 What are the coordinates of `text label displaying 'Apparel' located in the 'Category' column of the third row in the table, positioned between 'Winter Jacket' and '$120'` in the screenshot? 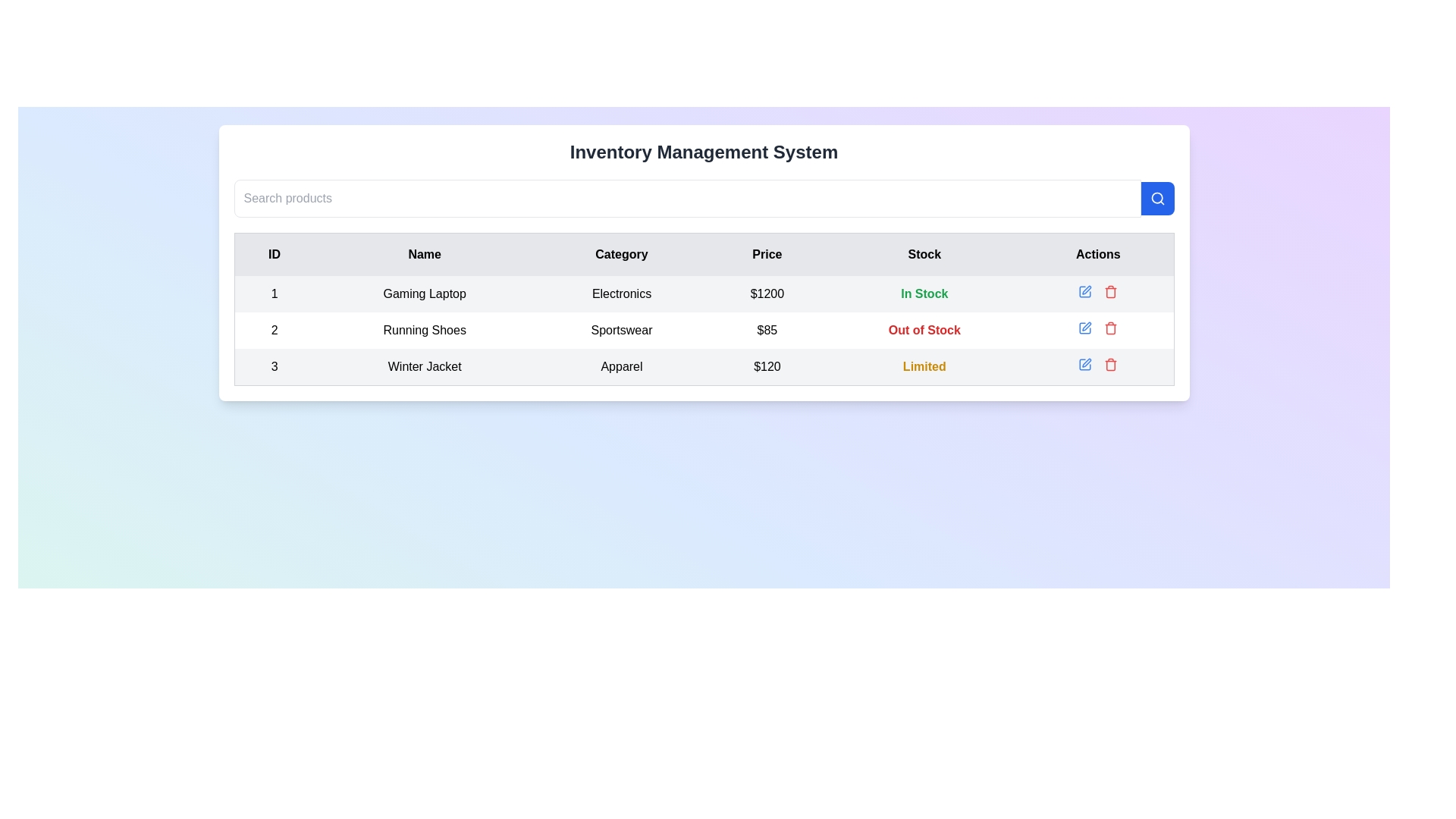 It's located at (622, 366).